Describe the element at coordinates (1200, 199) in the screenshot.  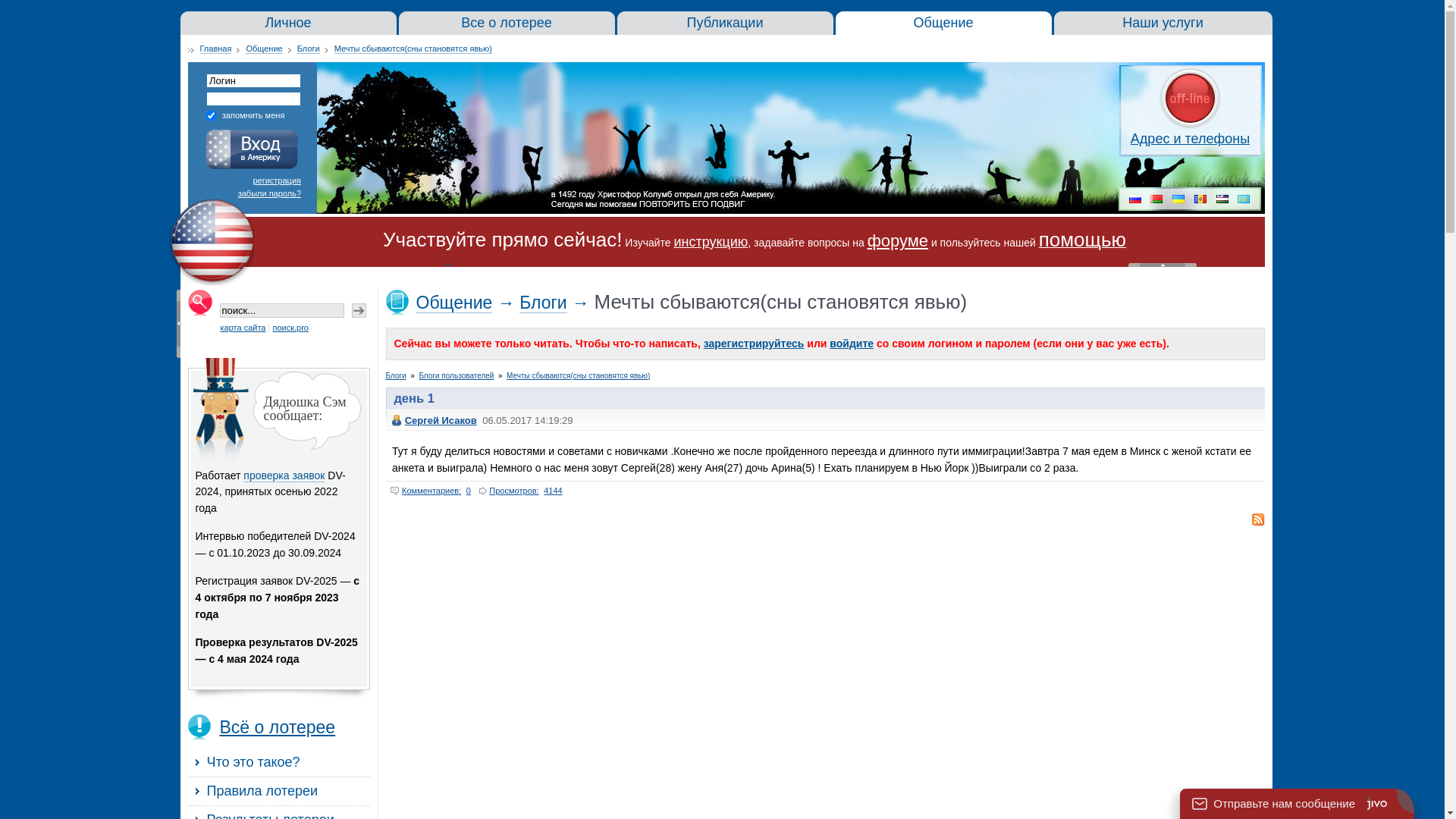
I see `'md'` at that location.